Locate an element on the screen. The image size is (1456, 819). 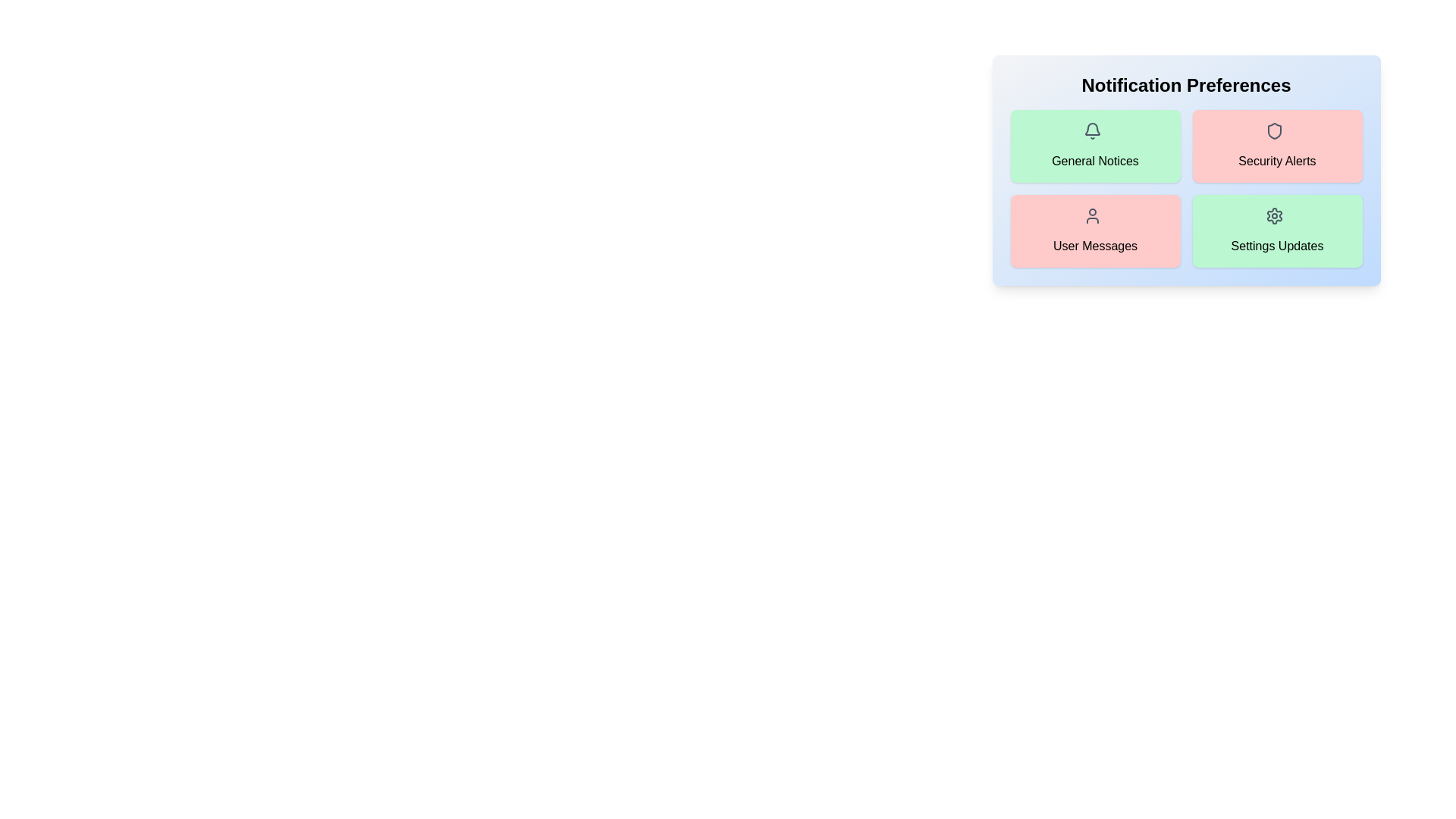
the notification box for User Messages is located at coordinates (1095, 231).